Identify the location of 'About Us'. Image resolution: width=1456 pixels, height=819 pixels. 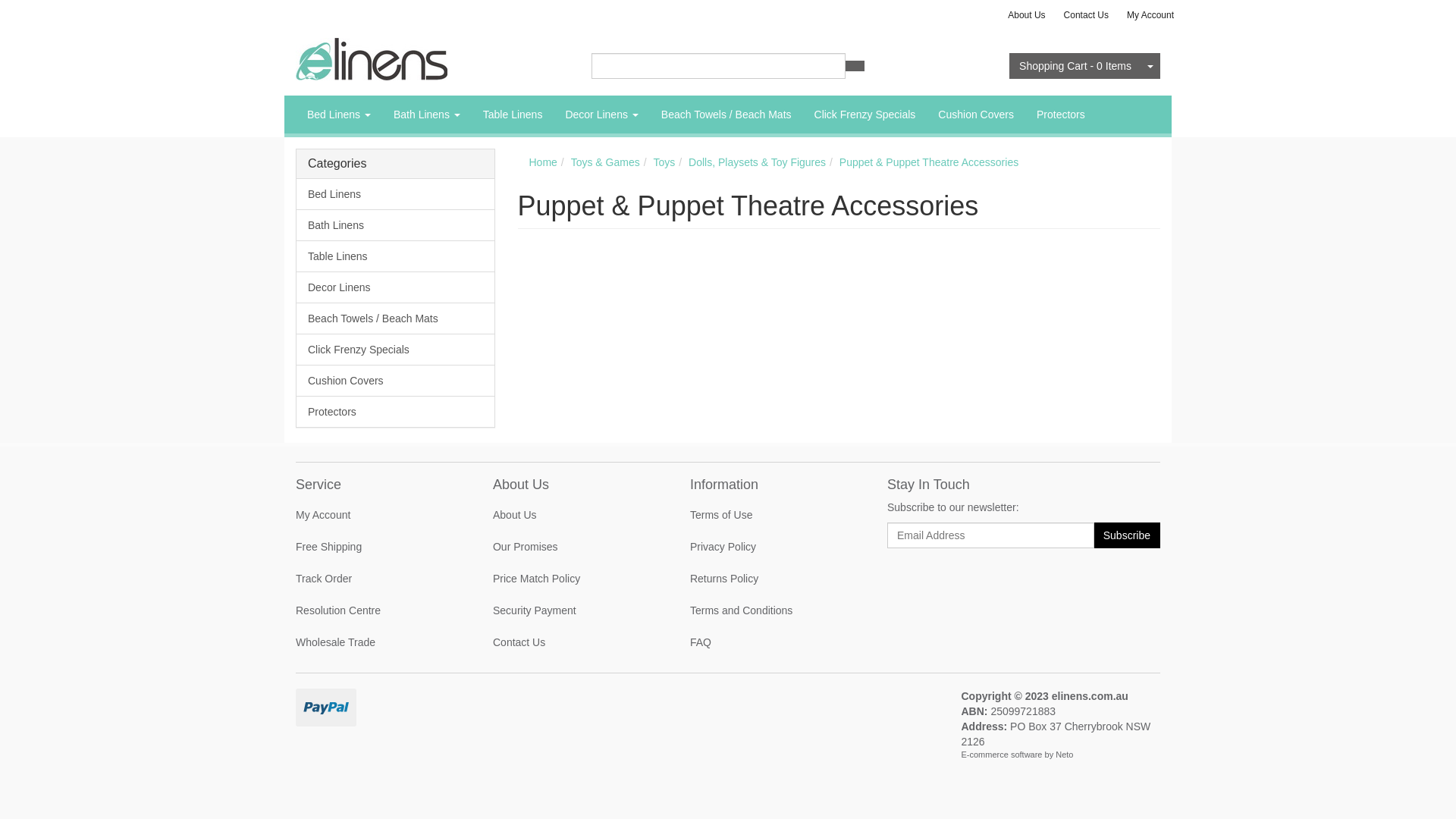
(1026, 14).